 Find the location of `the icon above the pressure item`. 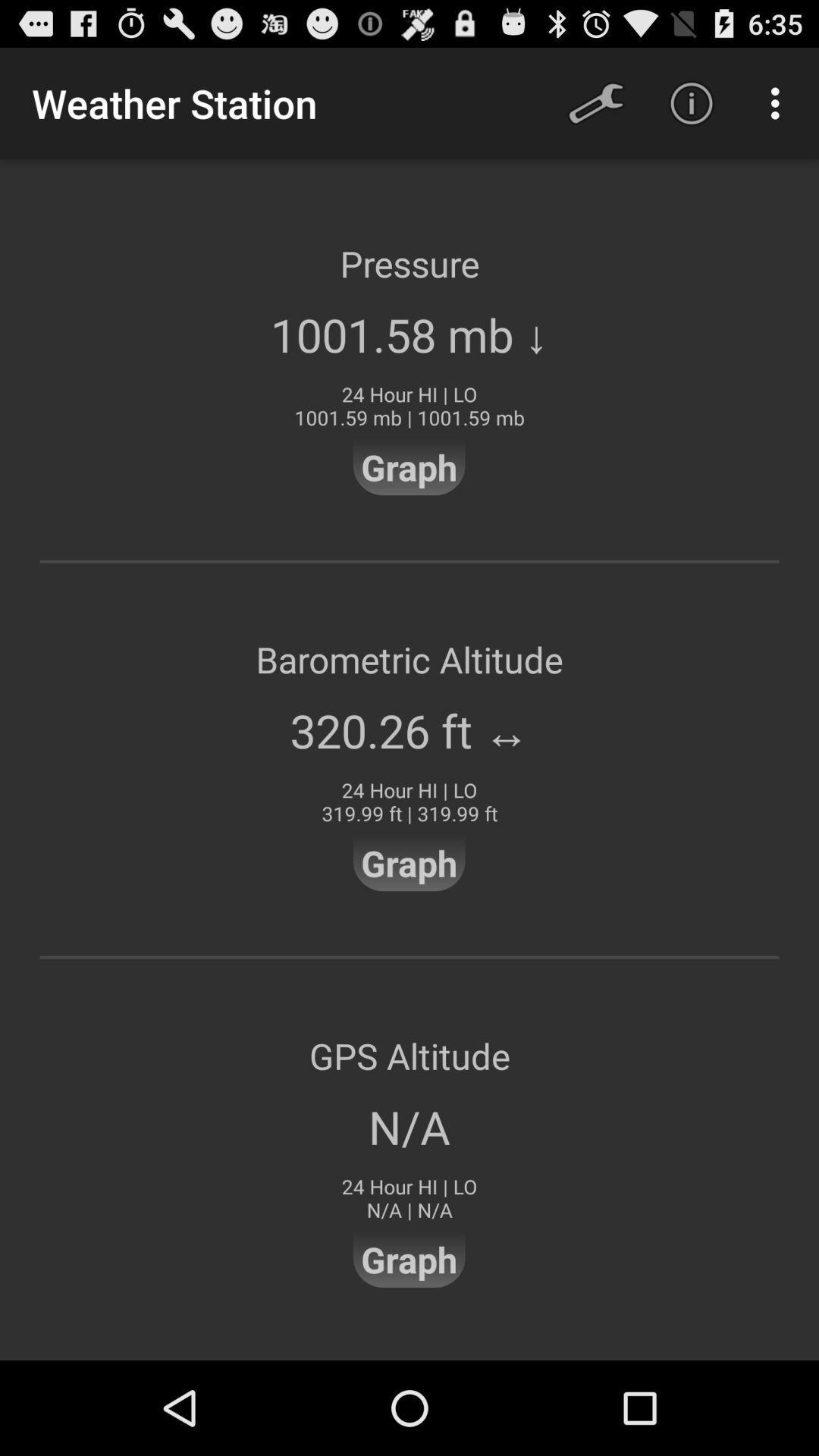

the icon above the pressure item is located at coordinates (779, 102).